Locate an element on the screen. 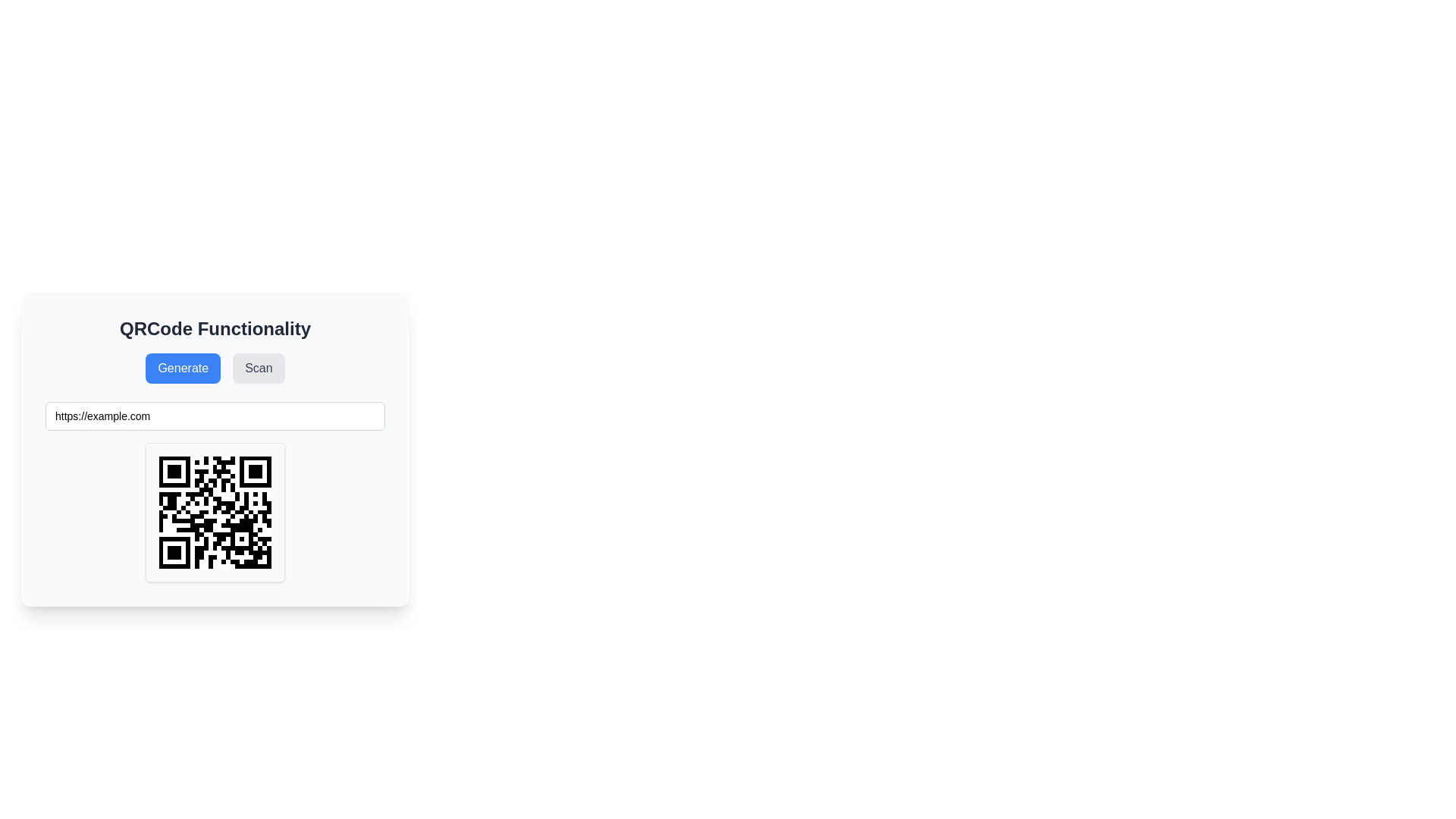  the button that initiates the scanning action for the 'QRCode Functionality', located on the right side of the button group adjacent to the 'Generate' button is located at coordinates (259, 369).